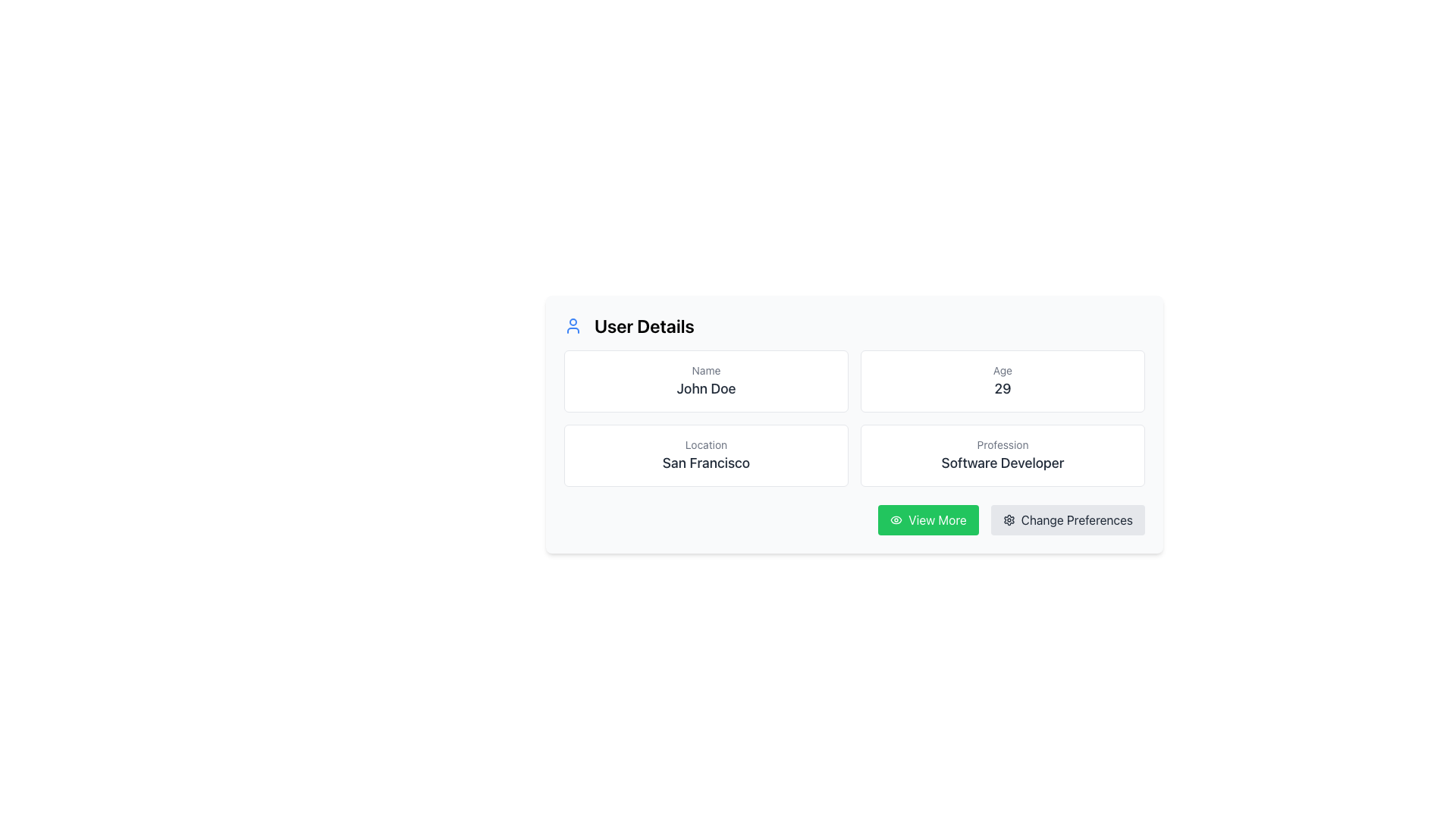 The image size is (1456, 819). Describe the element at coordinates (705, 462) in the screenshot. I see `the text label displaying 'San Francisco' in the user details section, which is bold and dark gray, located below the 'Location' label` at that location.